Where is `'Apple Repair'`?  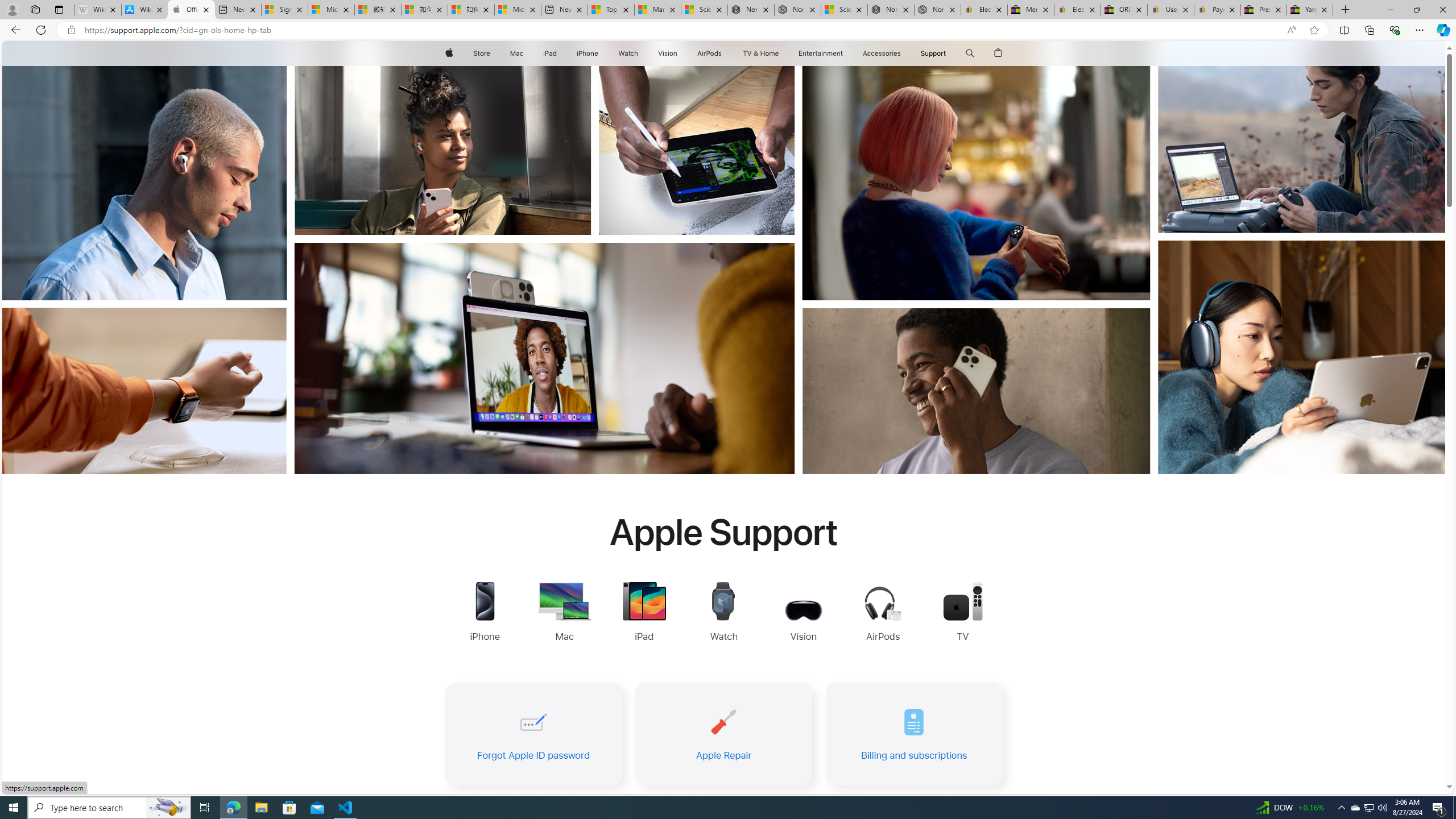
'Apple Repair' is located at coordinates (723, 734).